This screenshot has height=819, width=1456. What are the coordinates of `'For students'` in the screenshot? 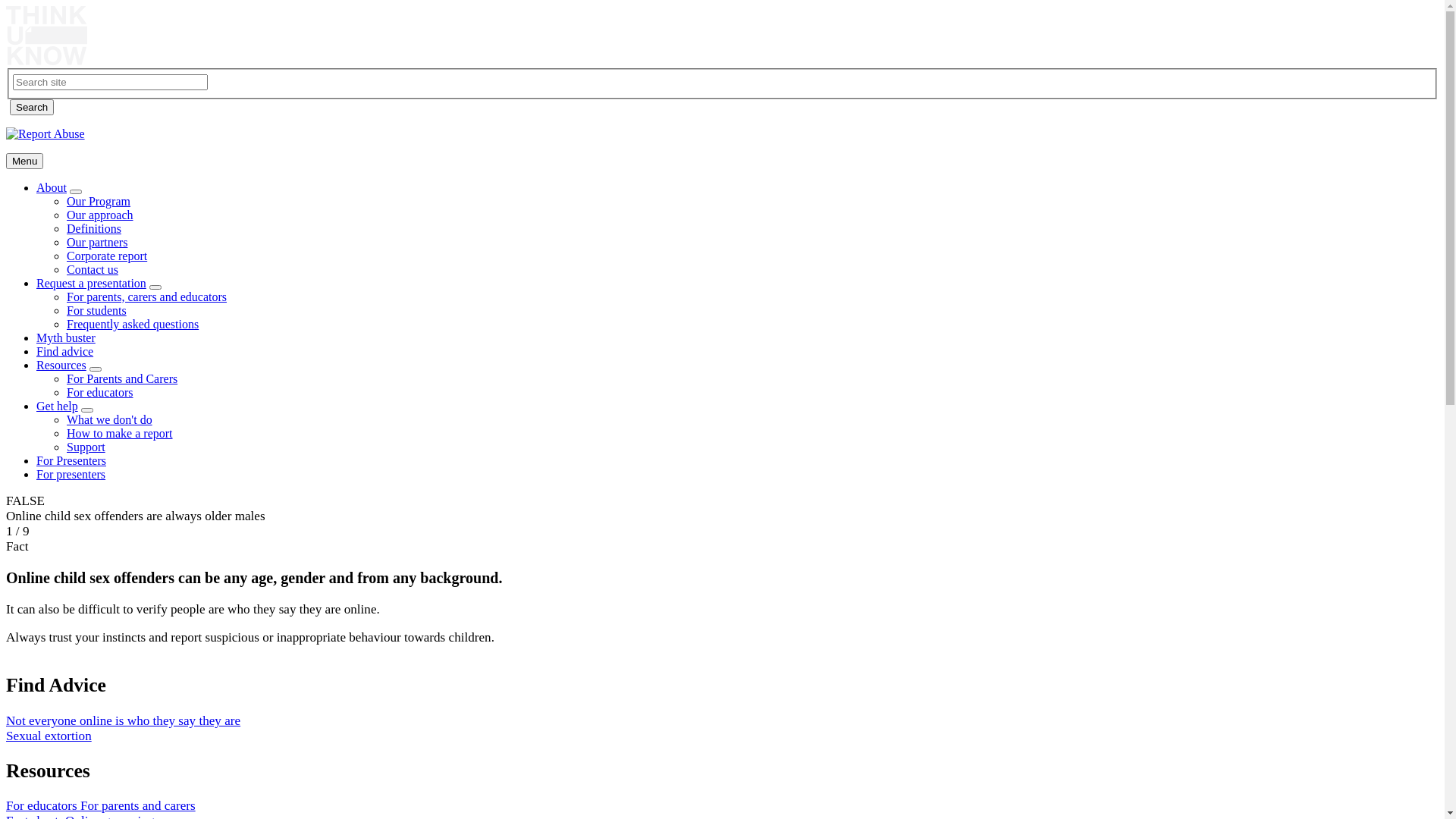 It's located at (96, 309).